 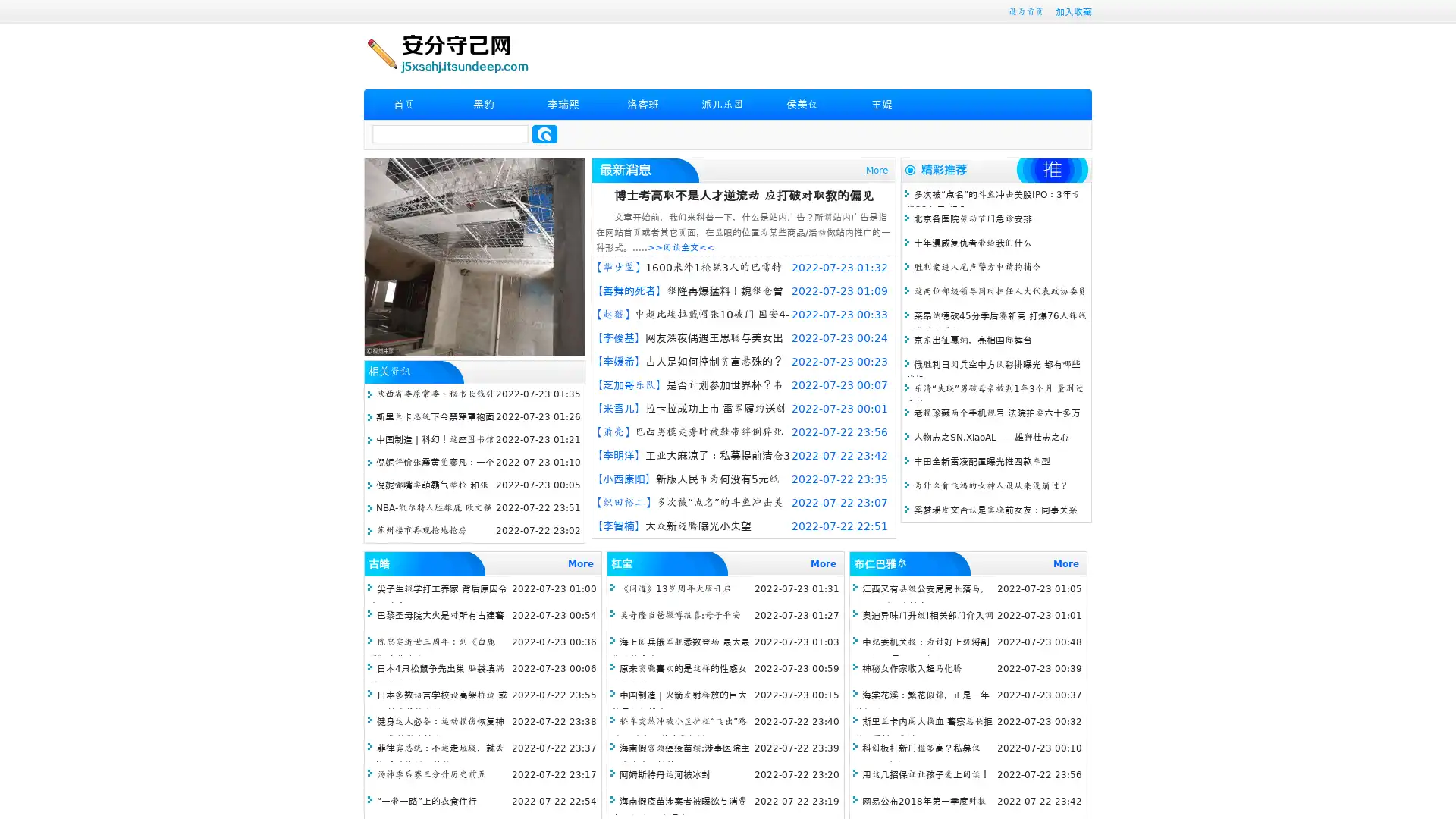 I want to click on Search, so click(x=544, y=133).